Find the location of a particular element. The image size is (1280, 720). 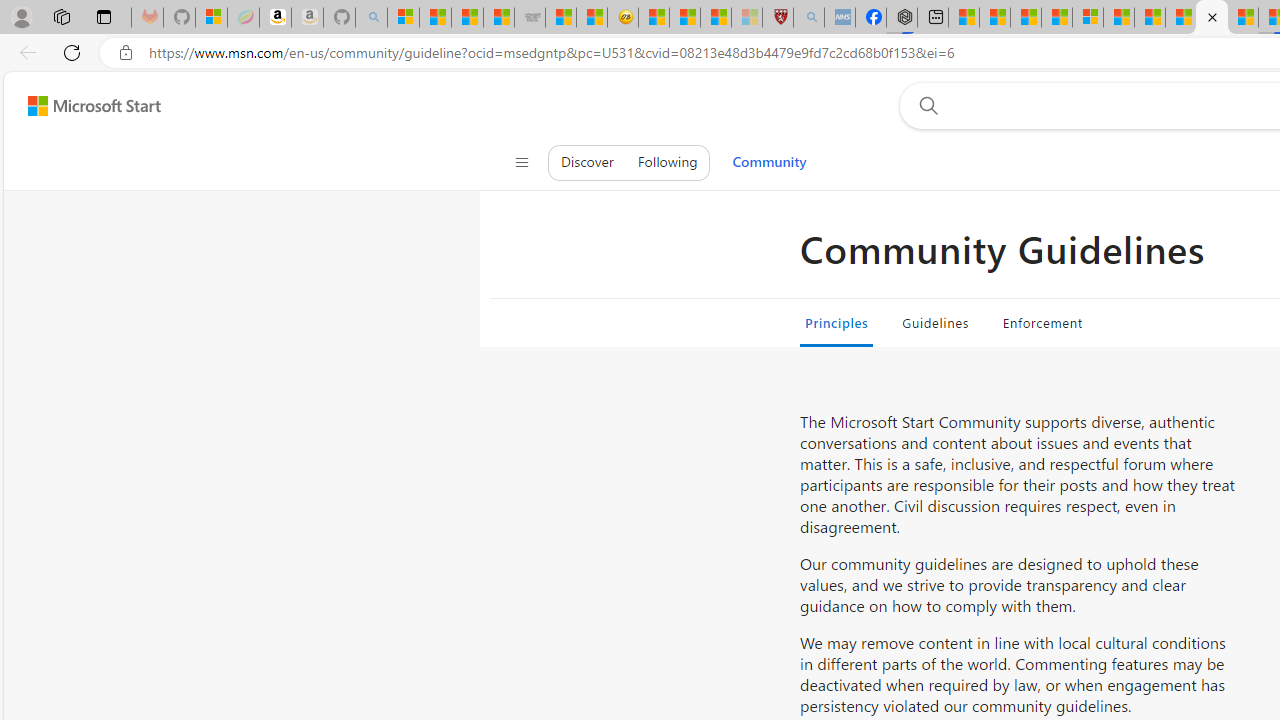

'Refresh' is located at coordinates (72, 51).